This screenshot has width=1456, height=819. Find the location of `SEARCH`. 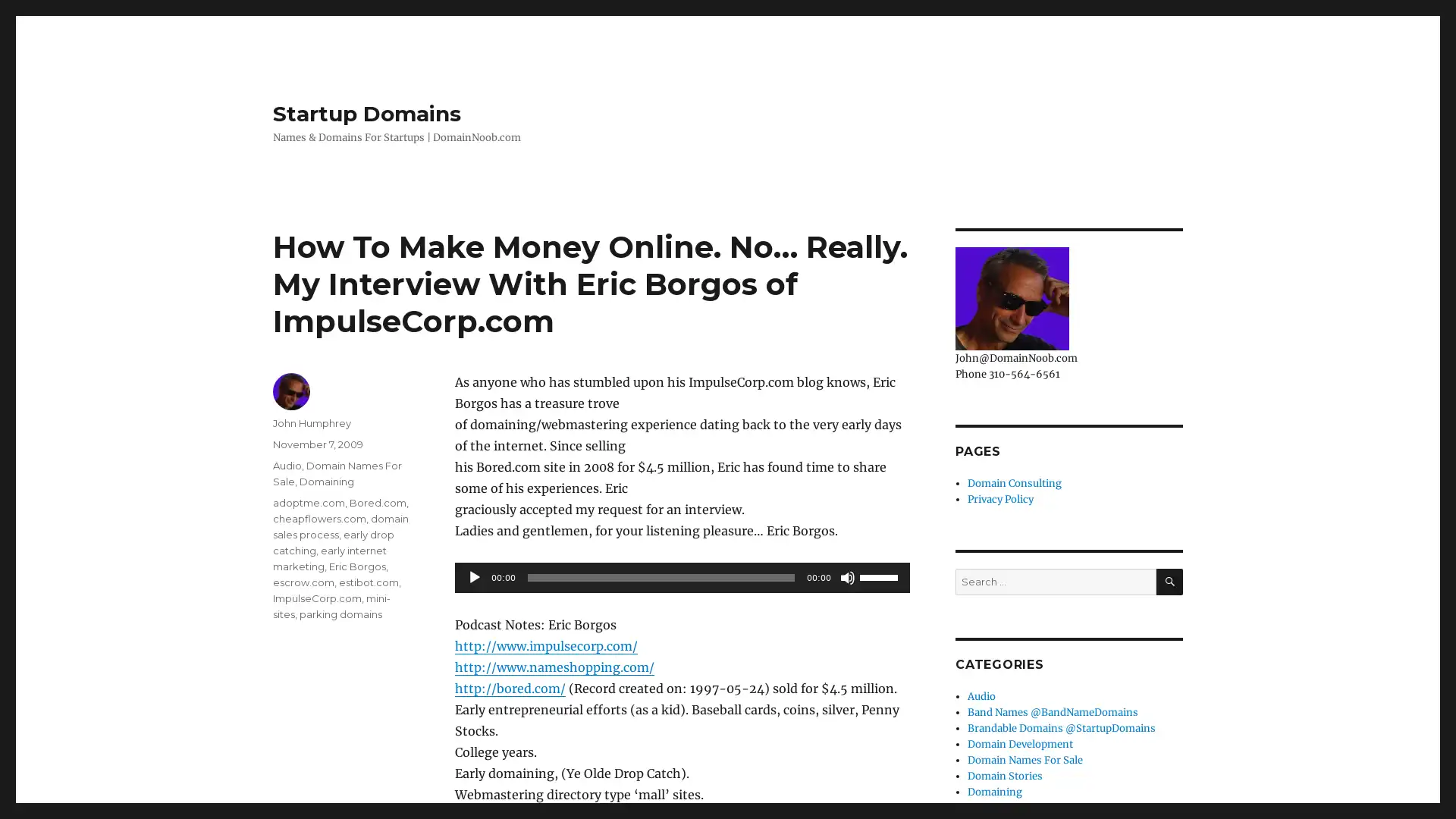

SEARCH is located at coordinates (1169, 580).